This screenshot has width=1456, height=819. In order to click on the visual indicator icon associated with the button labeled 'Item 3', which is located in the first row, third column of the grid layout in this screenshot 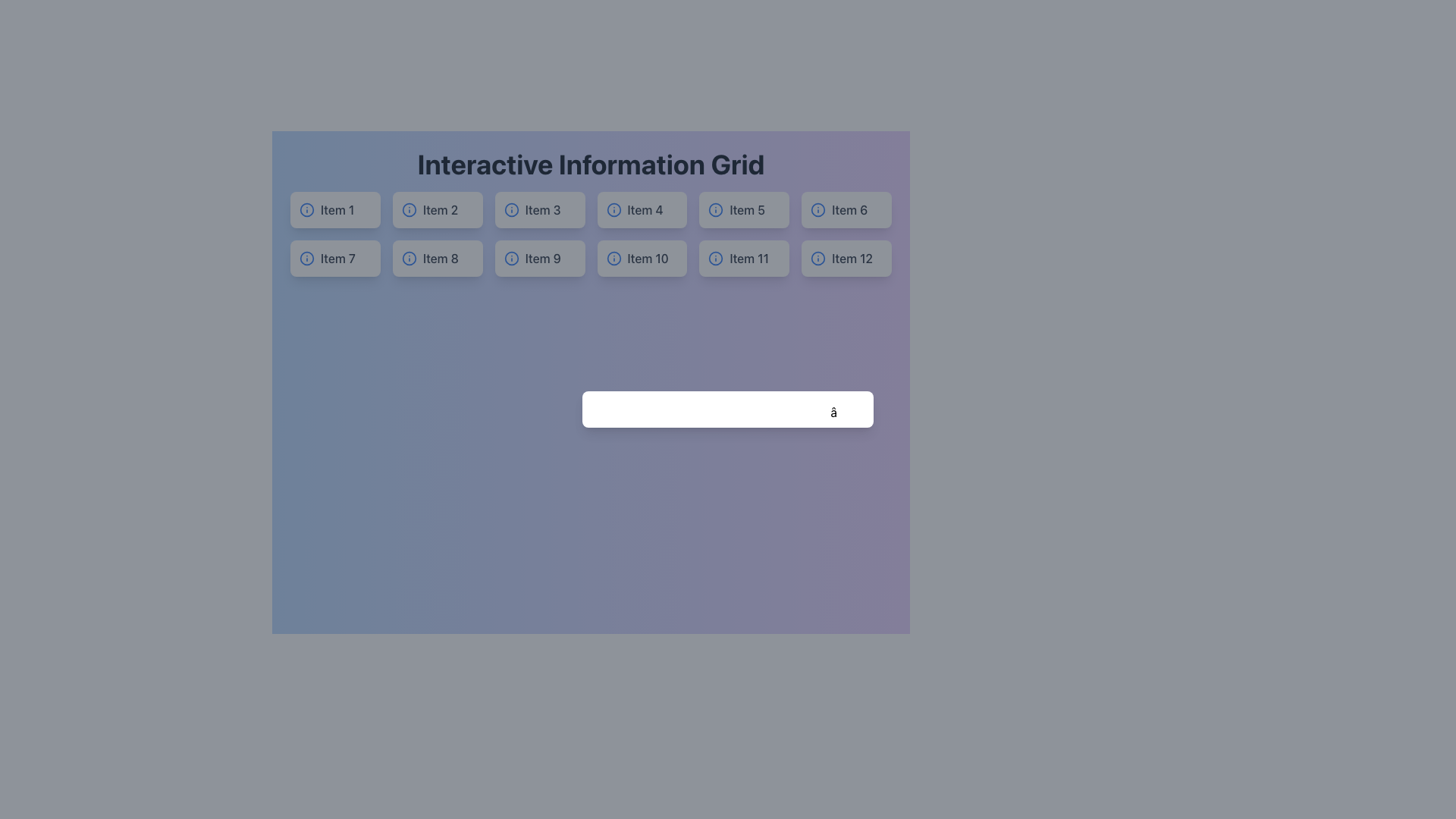, I will do `click(511, 210)`.